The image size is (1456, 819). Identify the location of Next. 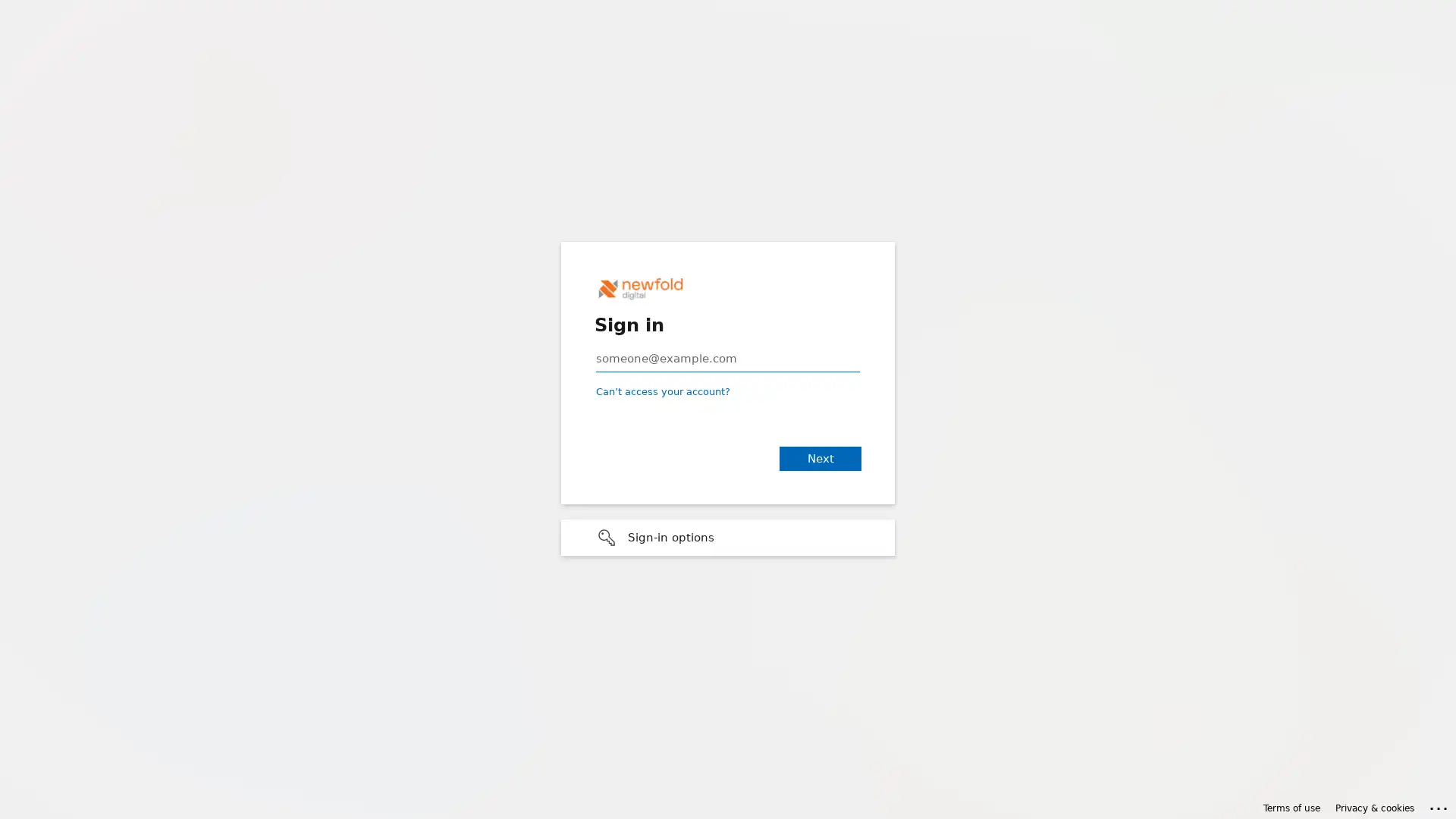
(819, 458).